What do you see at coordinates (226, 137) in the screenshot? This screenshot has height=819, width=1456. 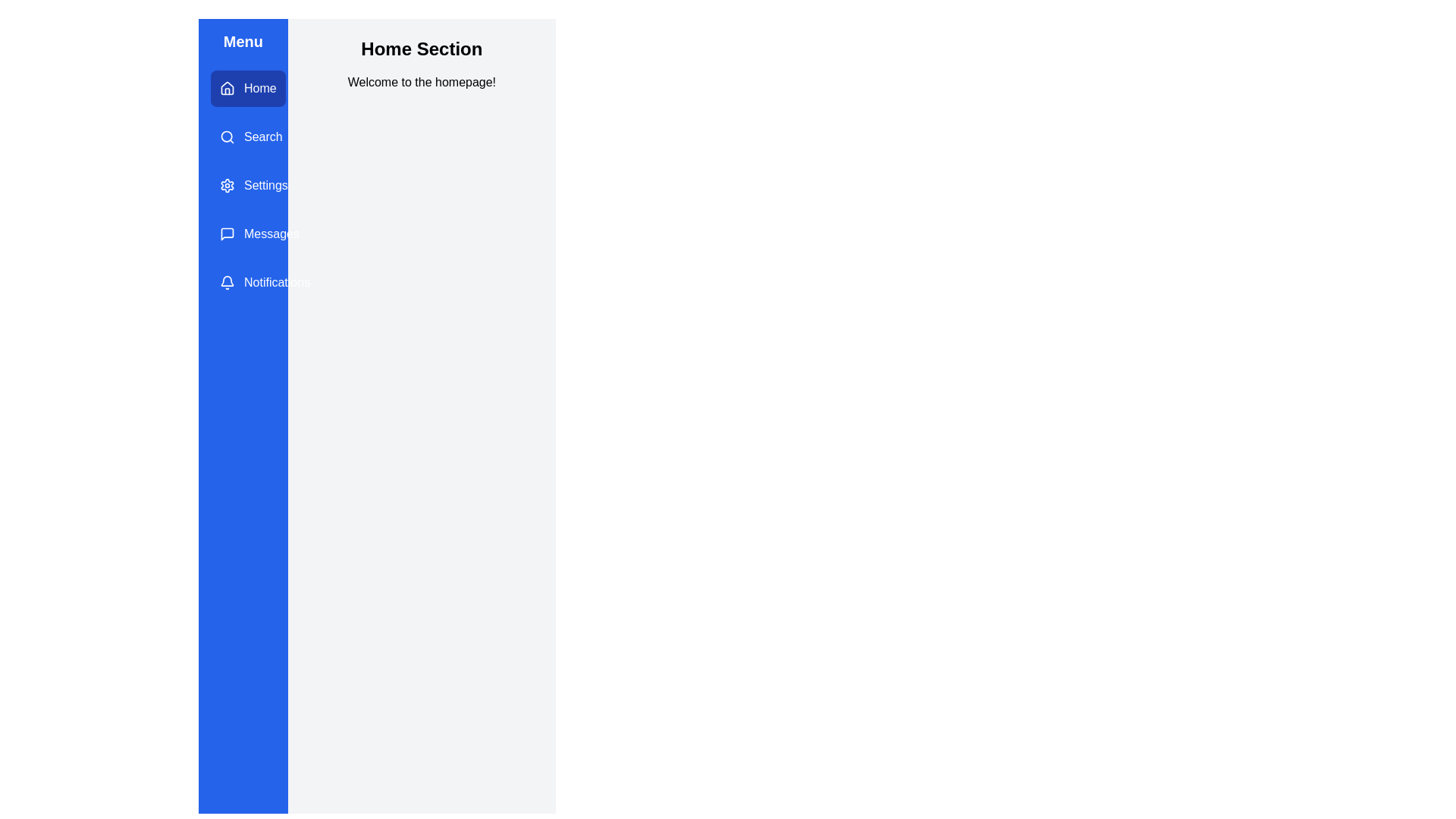 I see `the 'Search' menu item in the vertical sidebar menu that contains the blue magnifying glass icon` at bounding box center [226, 137].